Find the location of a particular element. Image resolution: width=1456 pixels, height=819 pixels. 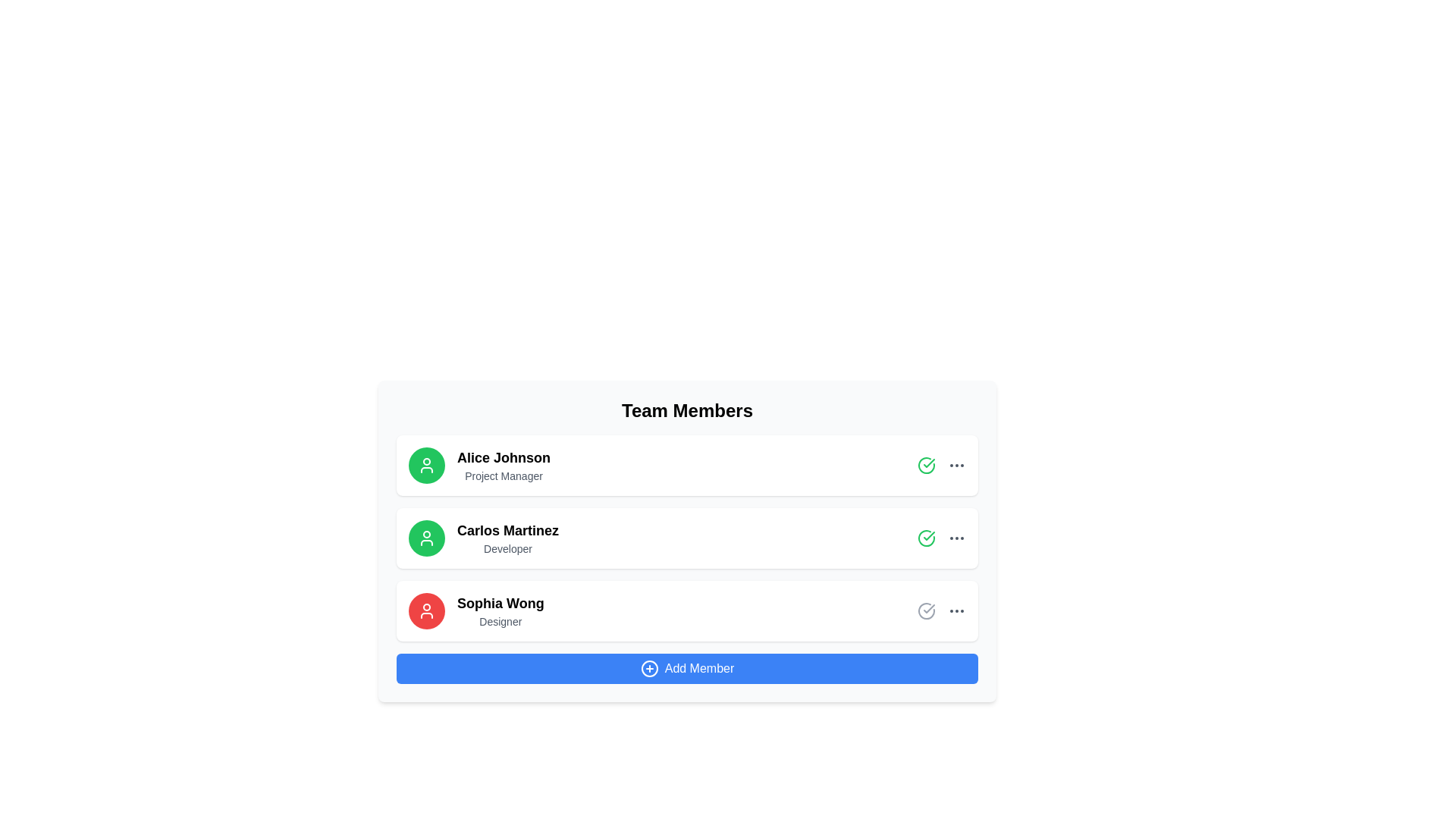

text indicating the professional role of Alice Johnson, located in the topmost entry of the 'Team Members' list, directly beneath her name and aligned with the avatar and checkmark icon is located at coordinates (504, 475).